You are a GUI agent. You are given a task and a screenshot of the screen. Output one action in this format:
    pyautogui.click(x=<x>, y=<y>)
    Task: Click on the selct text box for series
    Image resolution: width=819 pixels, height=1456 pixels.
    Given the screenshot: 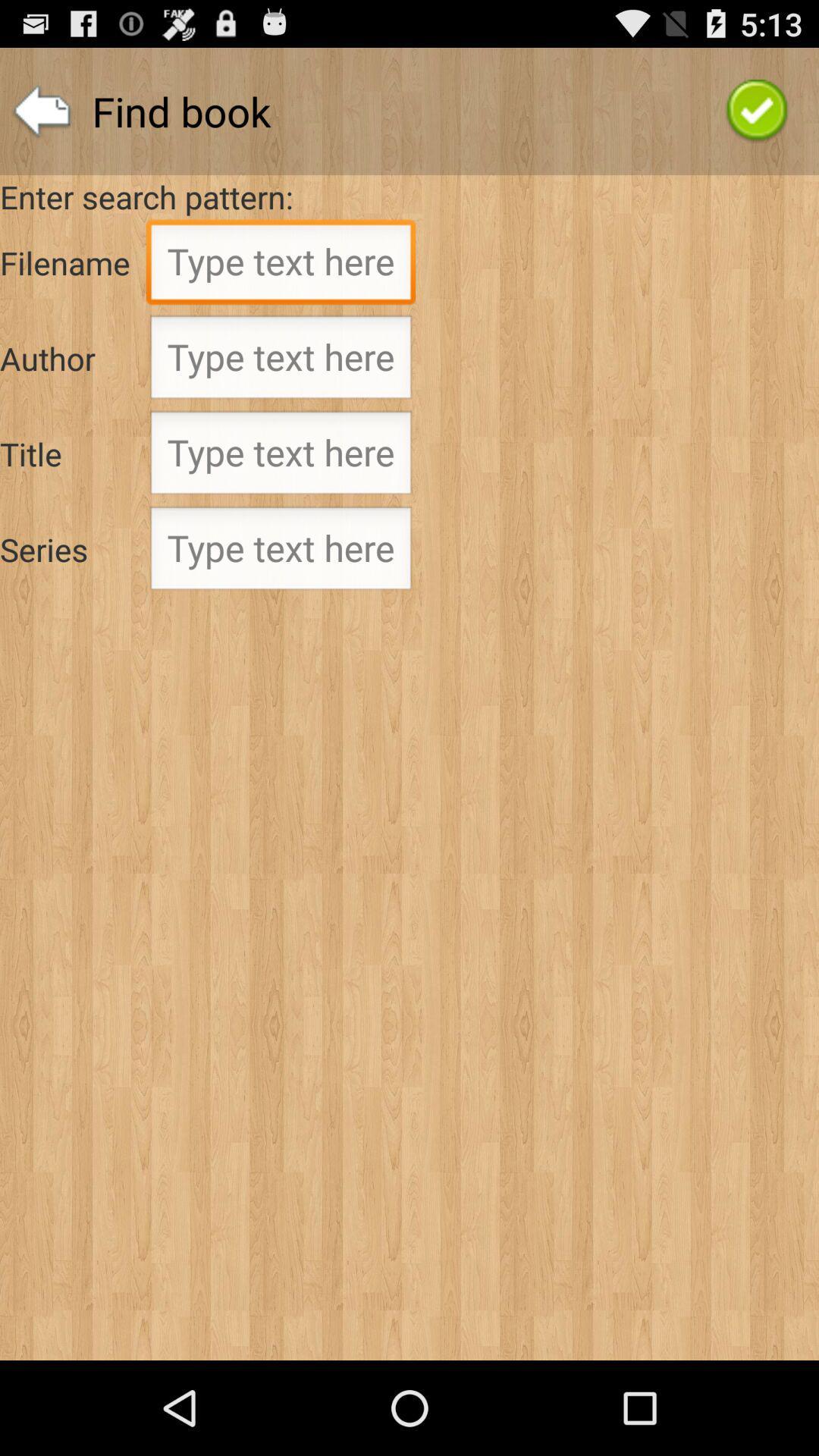 What is the action you would take?
    pyautogui.click(x=281, y=552)
    